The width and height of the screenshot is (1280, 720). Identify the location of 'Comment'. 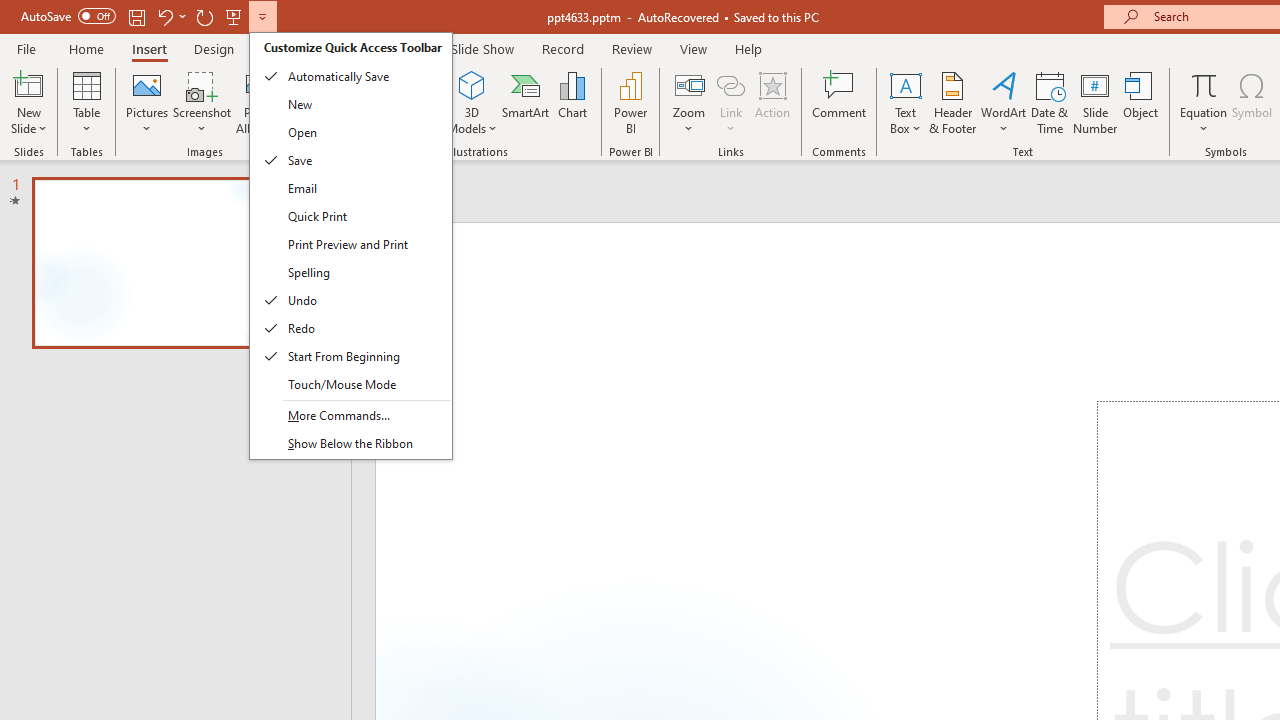
(839, 103).